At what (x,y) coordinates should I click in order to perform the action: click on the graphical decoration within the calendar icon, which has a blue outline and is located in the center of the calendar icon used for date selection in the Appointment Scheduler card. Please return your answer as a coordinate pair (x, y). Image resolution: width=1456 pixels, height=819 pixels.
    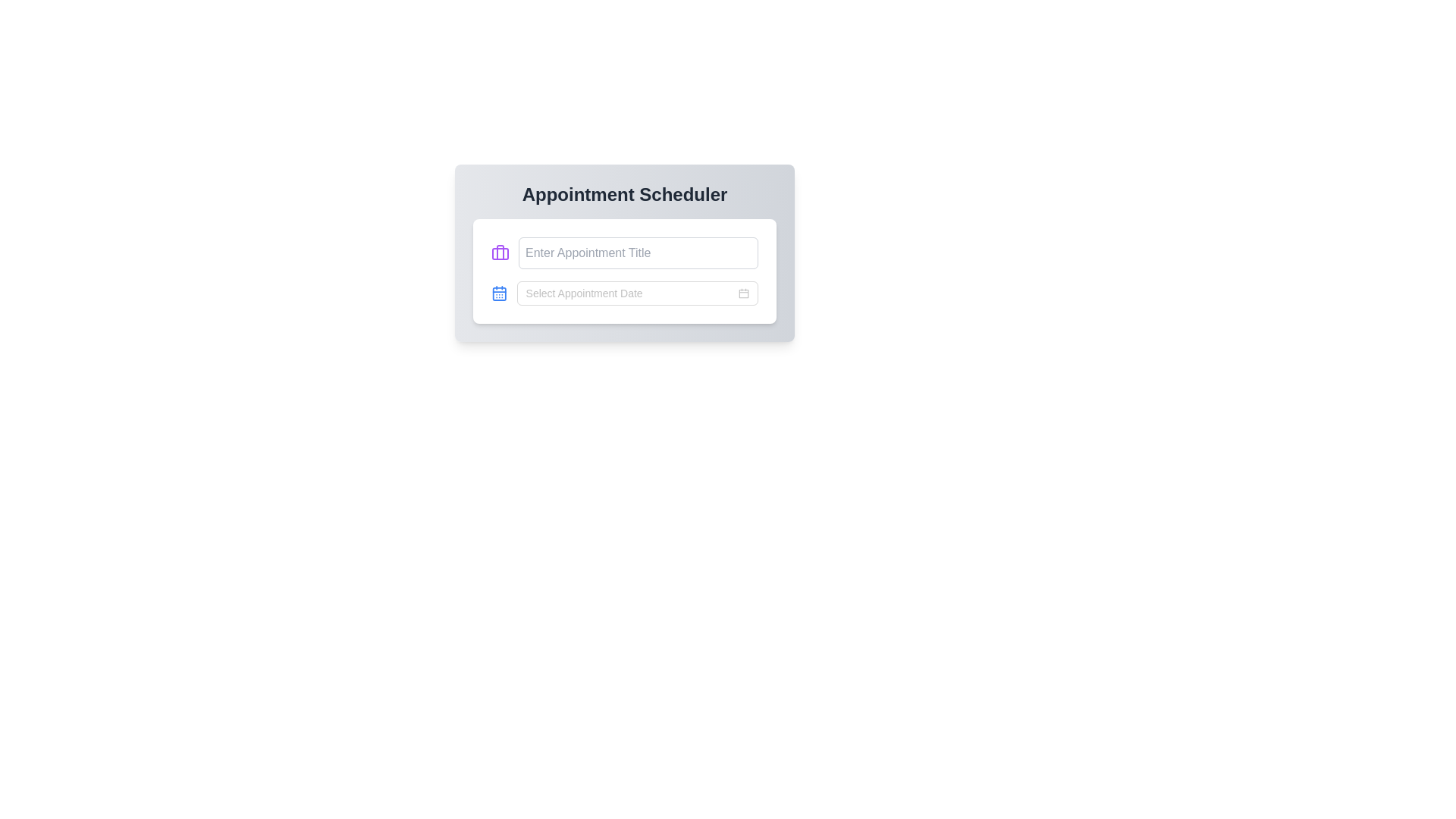
    Looking at the image, I should click on (499, 293).